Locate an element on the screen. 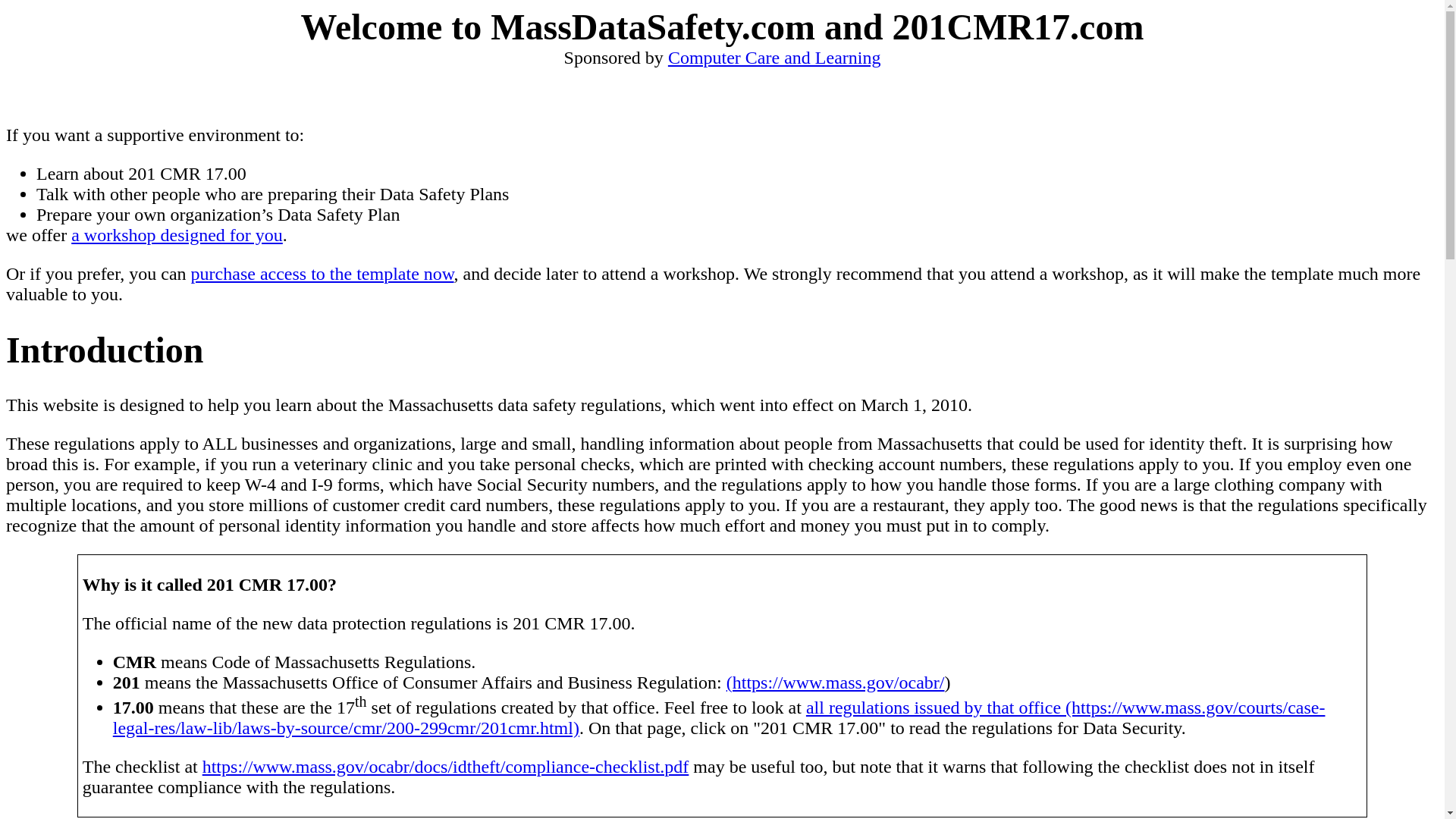  '(https://www.mass.gov/ocabr/' is located at coordinates (835, 681).